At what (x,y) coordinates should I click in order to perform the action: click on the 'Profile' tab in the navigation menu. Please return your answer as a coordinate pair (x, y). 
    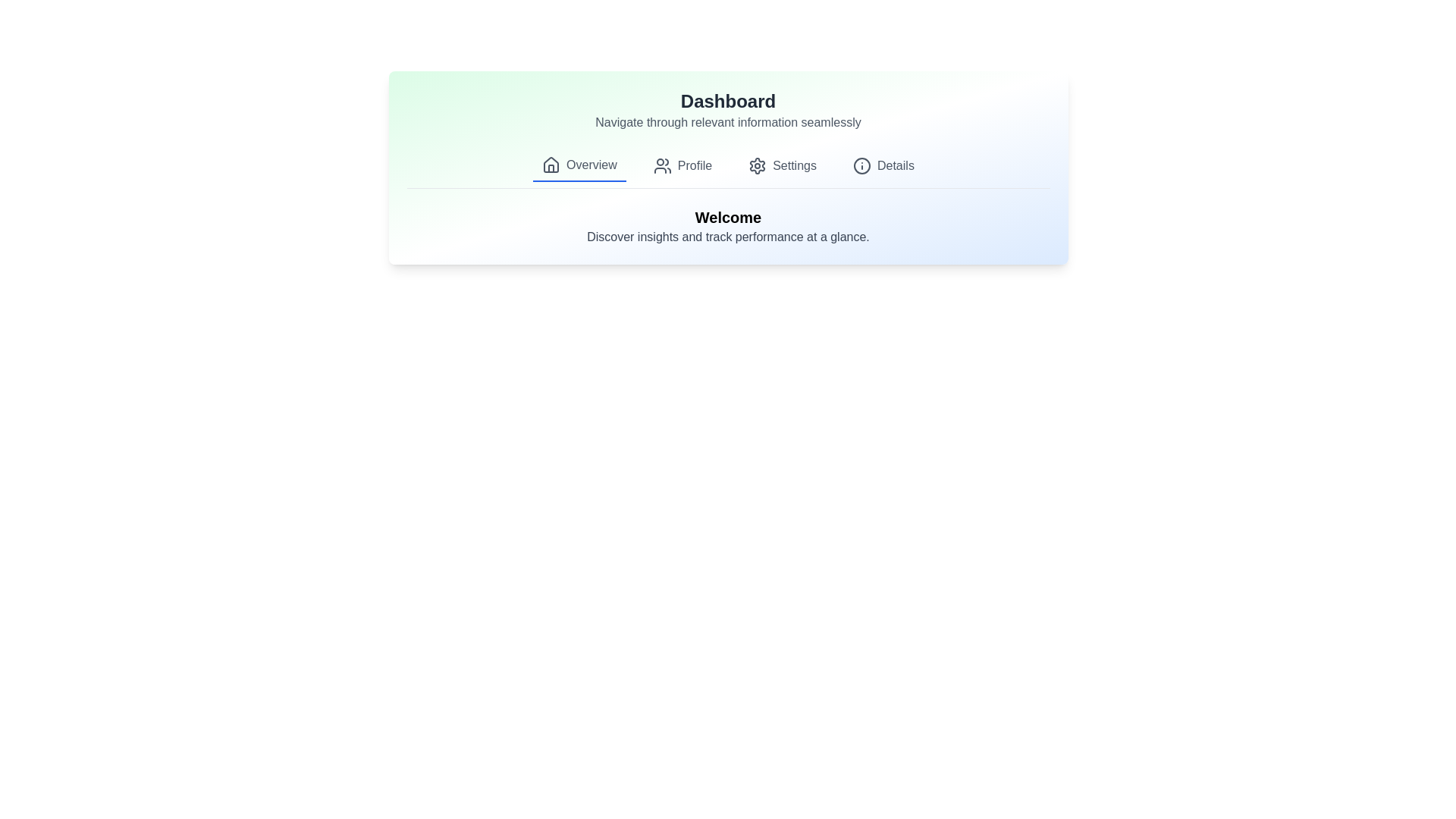
    Looking at the image, I should click on (682, 166).